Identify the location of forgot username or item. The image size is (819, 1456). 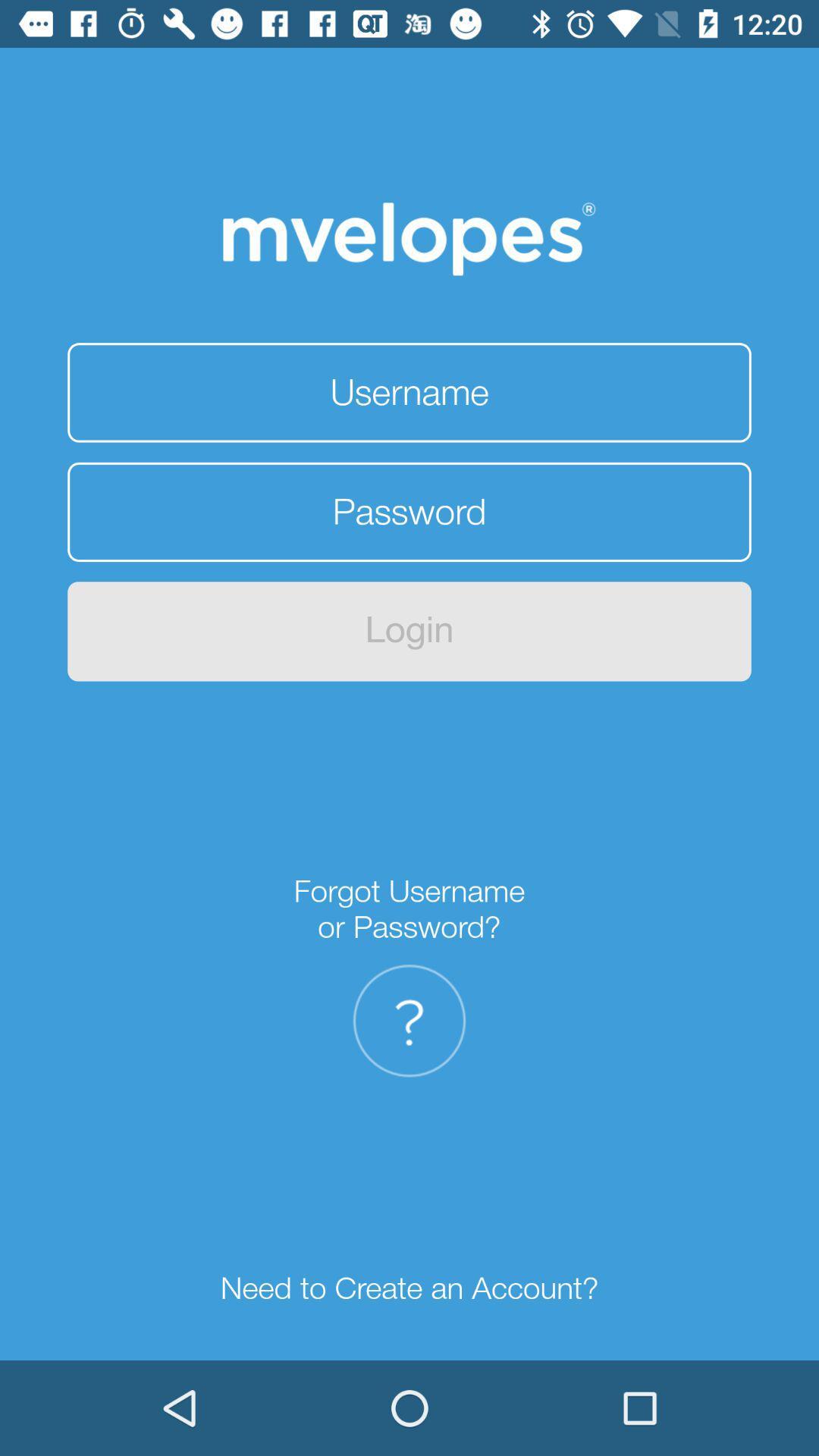
(409, 909).